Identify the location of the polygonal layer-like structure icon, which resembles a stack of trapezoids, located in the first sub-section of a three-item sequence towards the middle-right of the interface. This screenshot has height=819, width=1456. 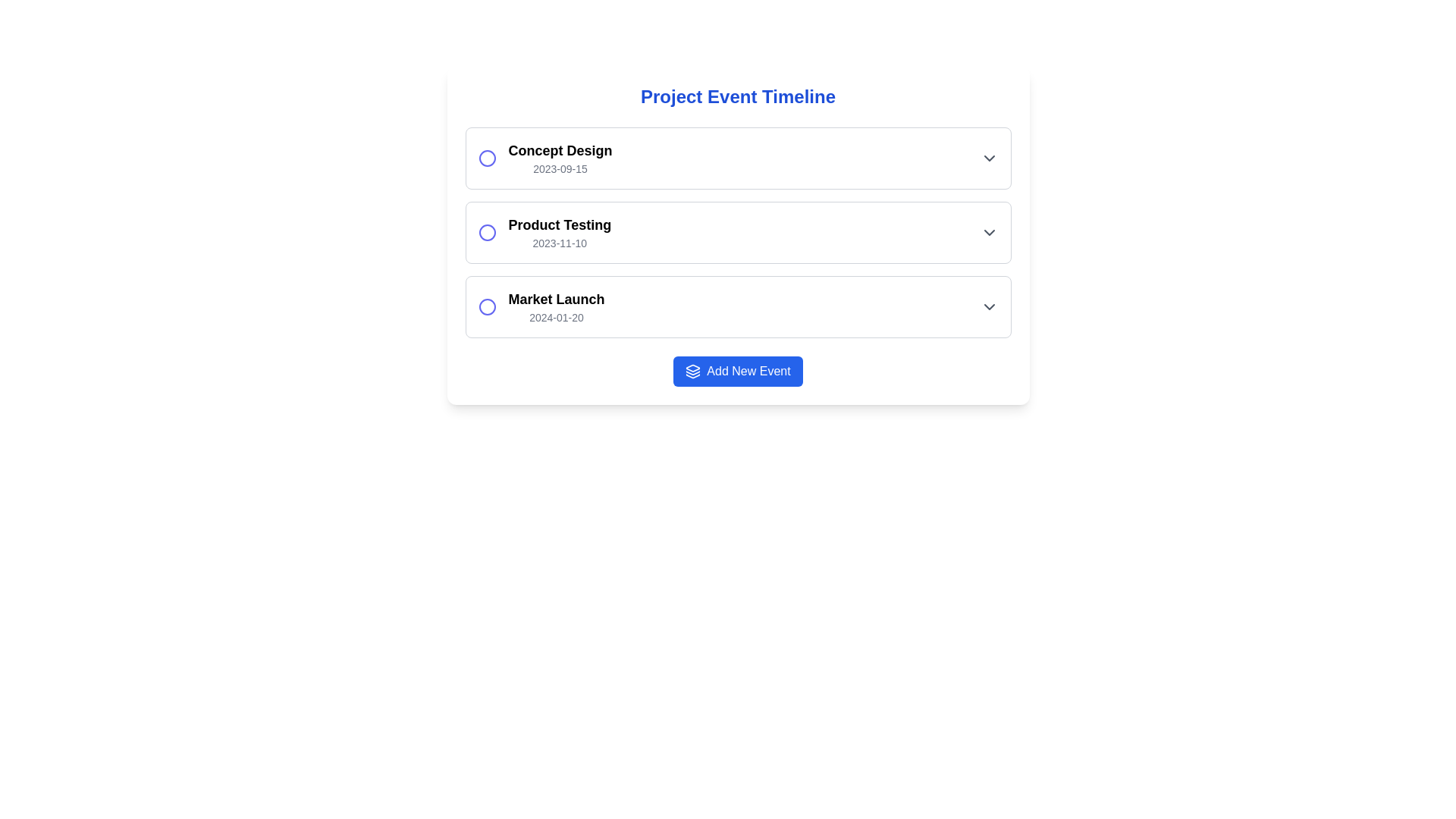
(692, 368).